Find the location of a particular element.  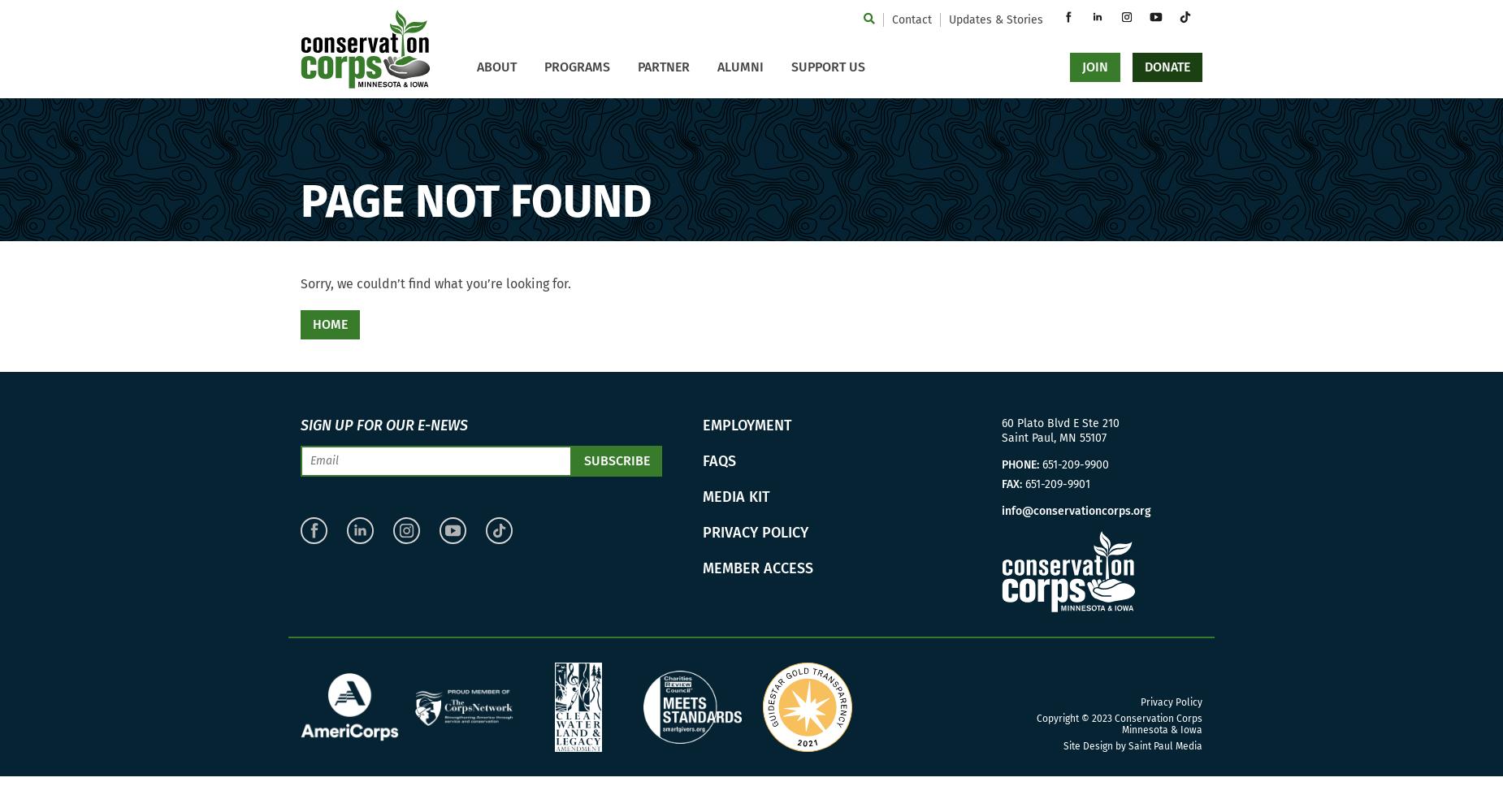

'Join' is located at coordinates (1093, 66).